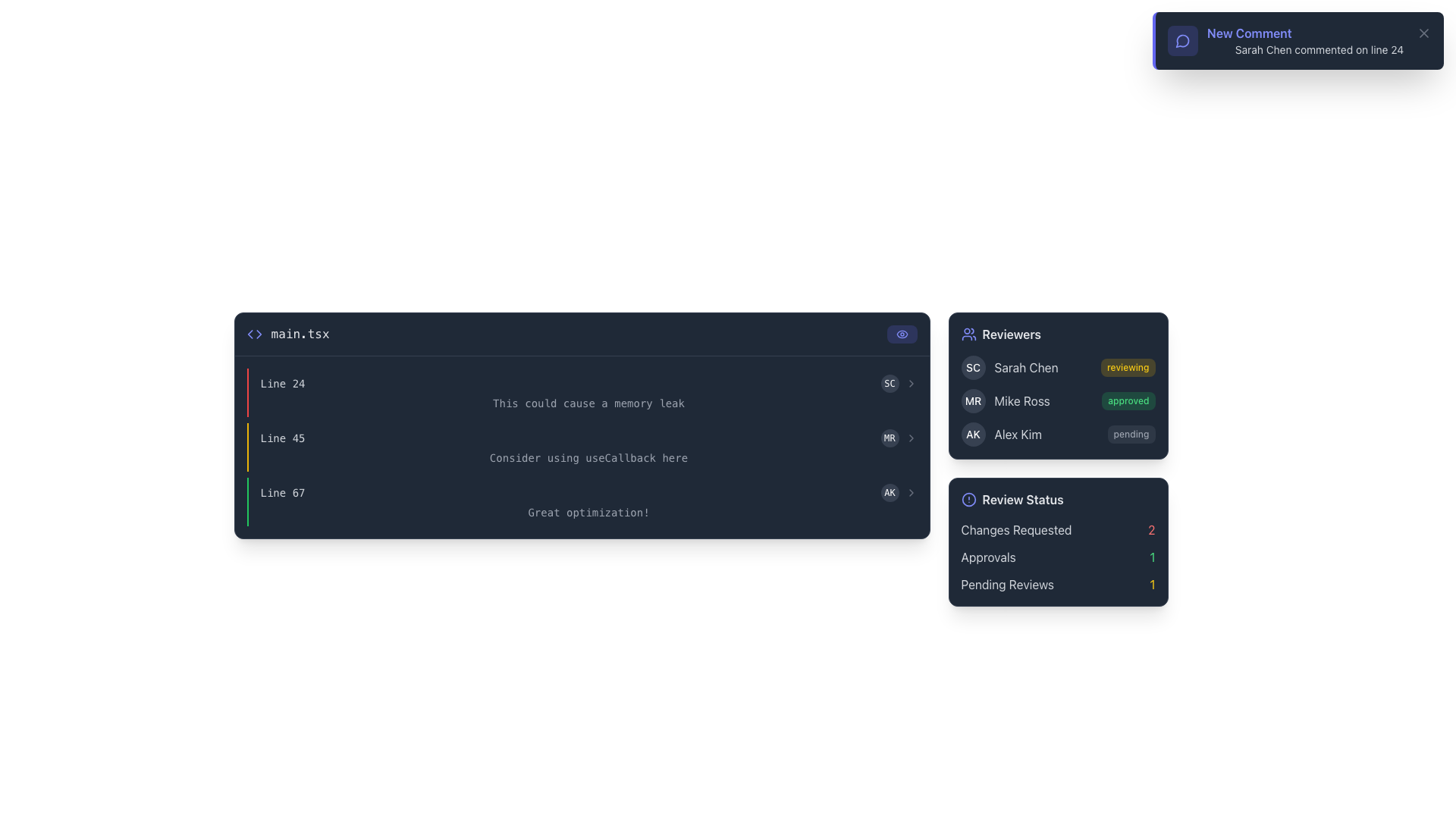 The image size is (1456, 819). I want to click on the eye-shaped SVG icon located within a rounded rectangular button in the upper-right section of the file viewer interface, so click(902, 333).